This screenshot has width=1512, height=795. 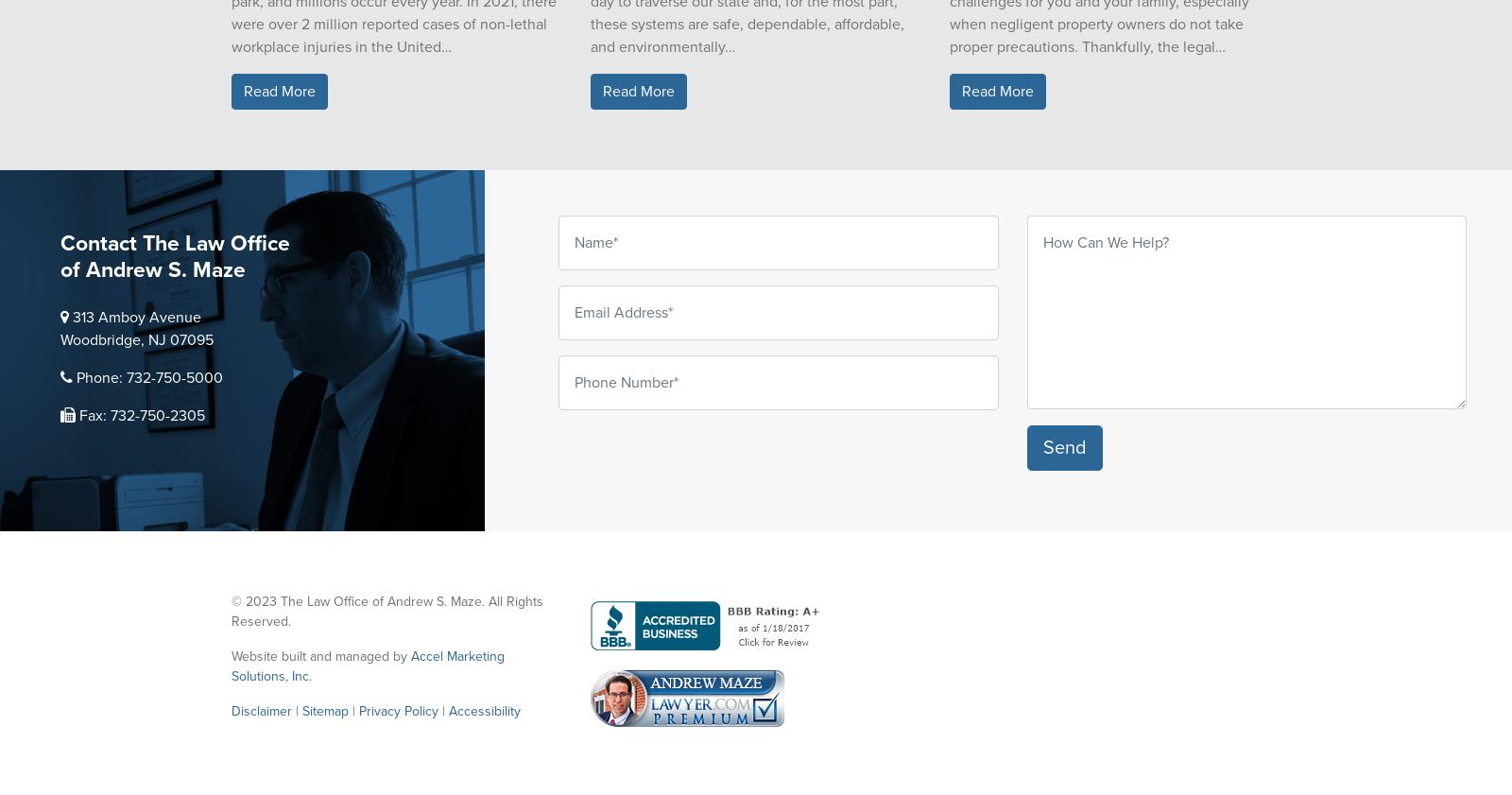 What do you see at coordinates (139, 416) in the screenshot?
I see `'Fax: 732-750-2305'` at bounding box center [139, 416].